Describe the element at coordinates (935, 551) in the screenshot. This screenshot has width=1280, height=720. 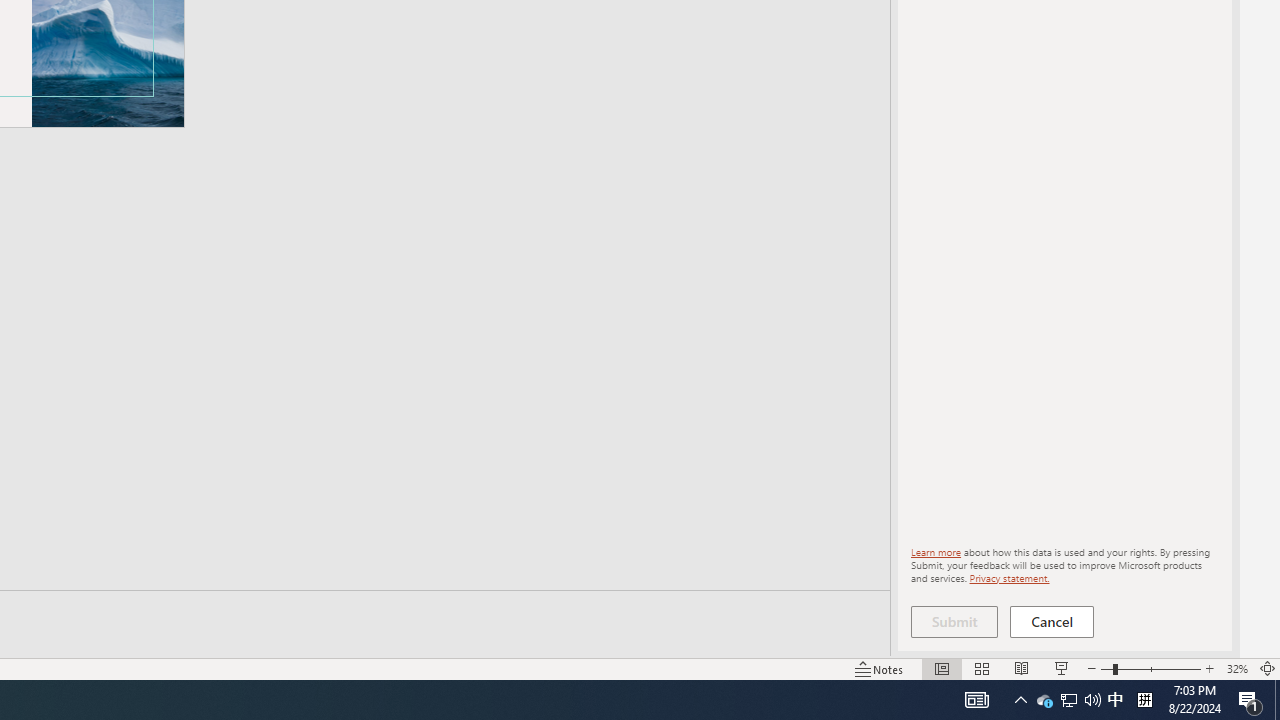
I see `'Learn more'` at that location.